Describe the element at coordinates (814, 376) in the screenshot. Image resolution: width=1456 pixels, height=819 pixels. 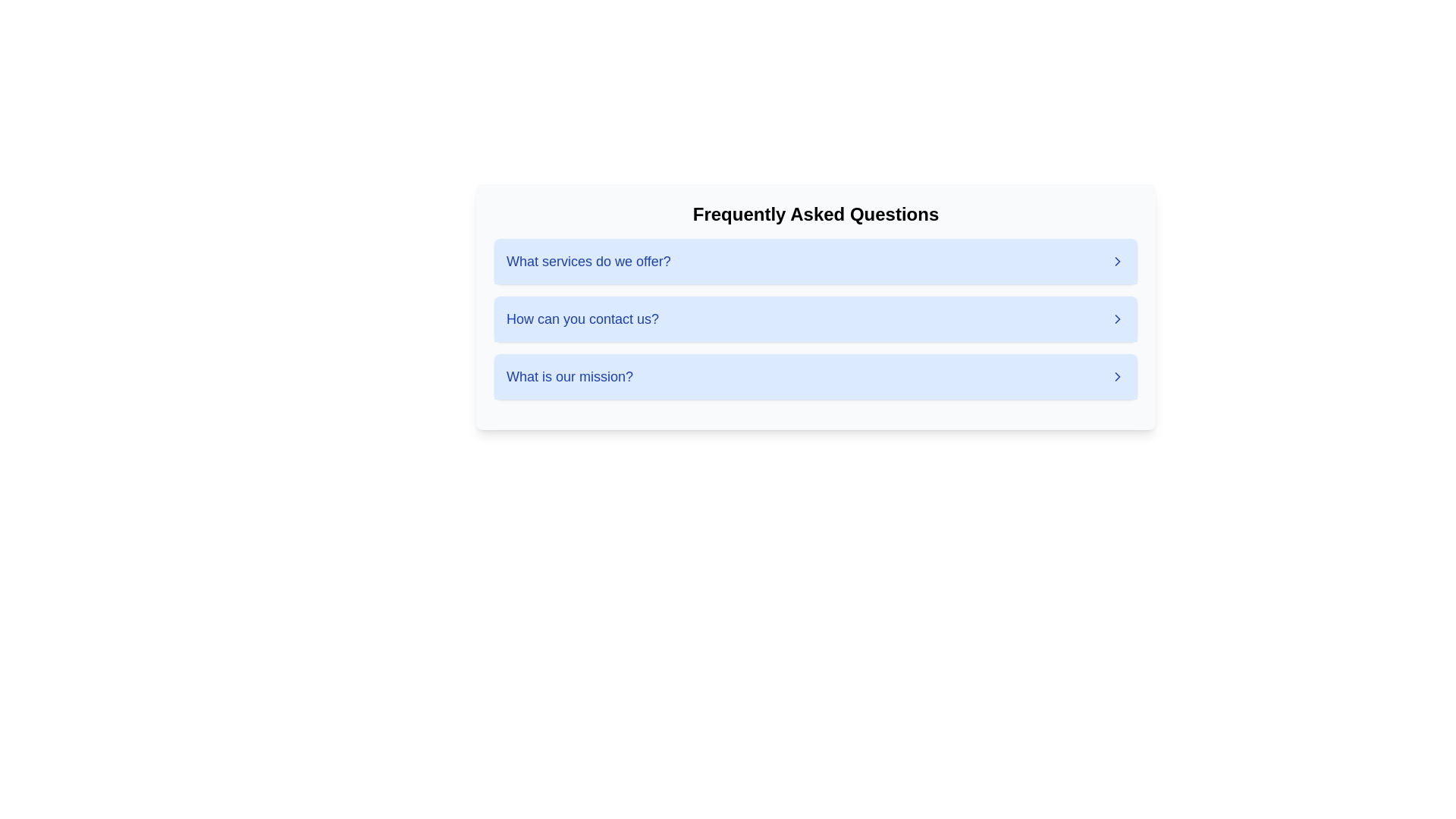
I see `the Collapsible question item labeled 'What is our mission?'` at that location.